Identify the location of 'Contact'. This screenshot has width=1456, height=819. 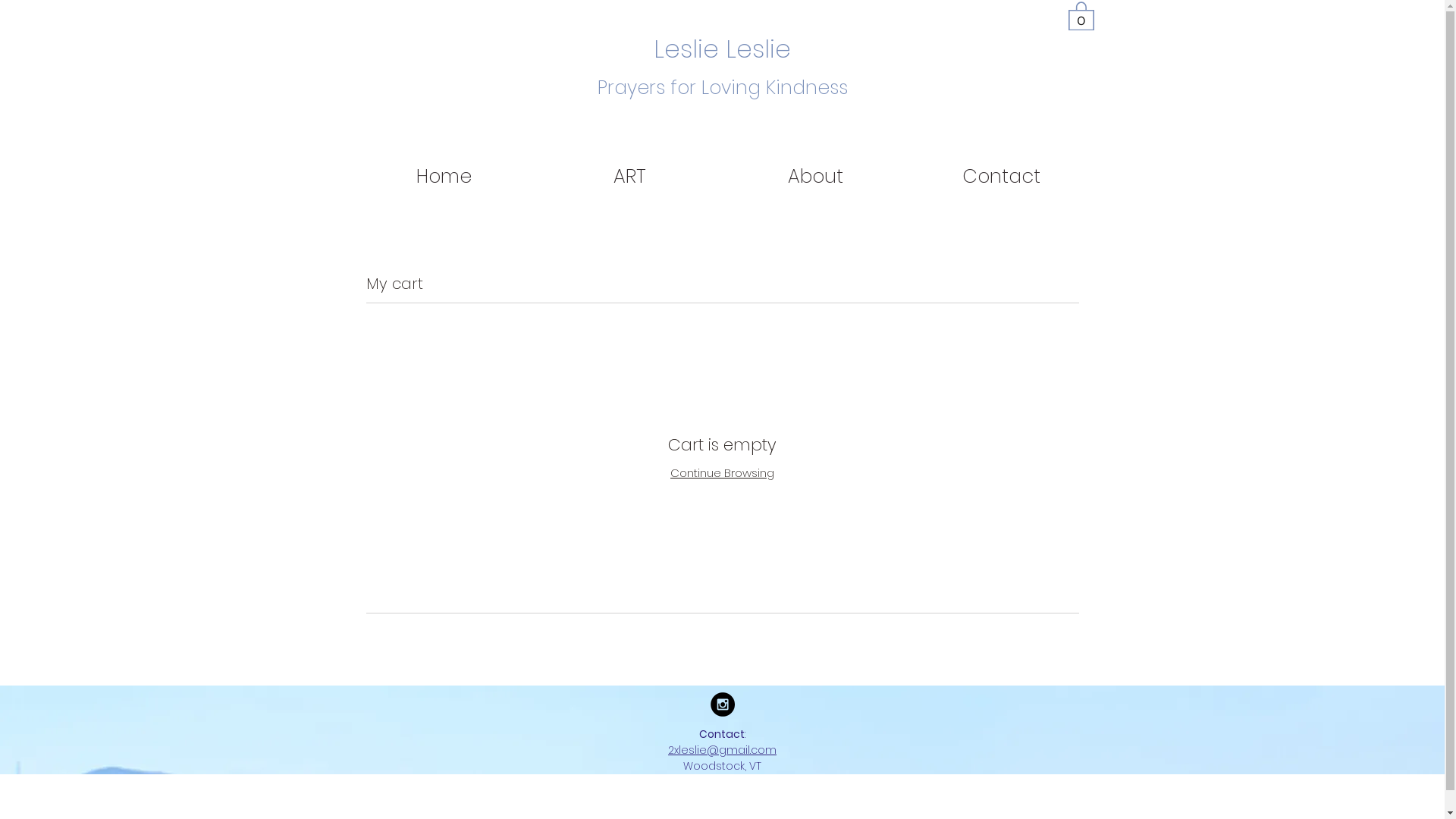
(1001, 175).